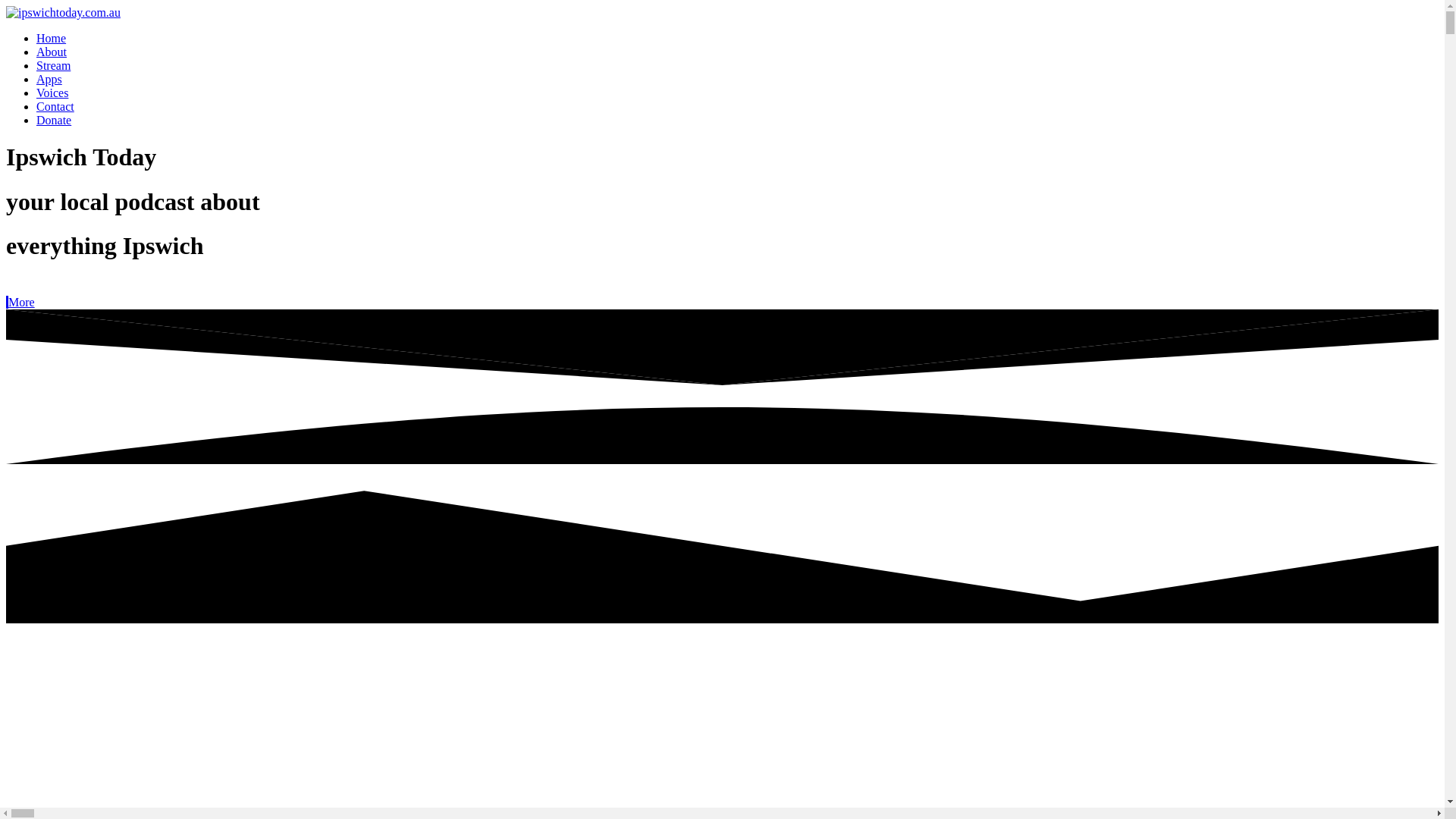  What do you see at coordinates (51, 37) in the screenshot?
I see `'Home'` at bounding box center [51, 37].